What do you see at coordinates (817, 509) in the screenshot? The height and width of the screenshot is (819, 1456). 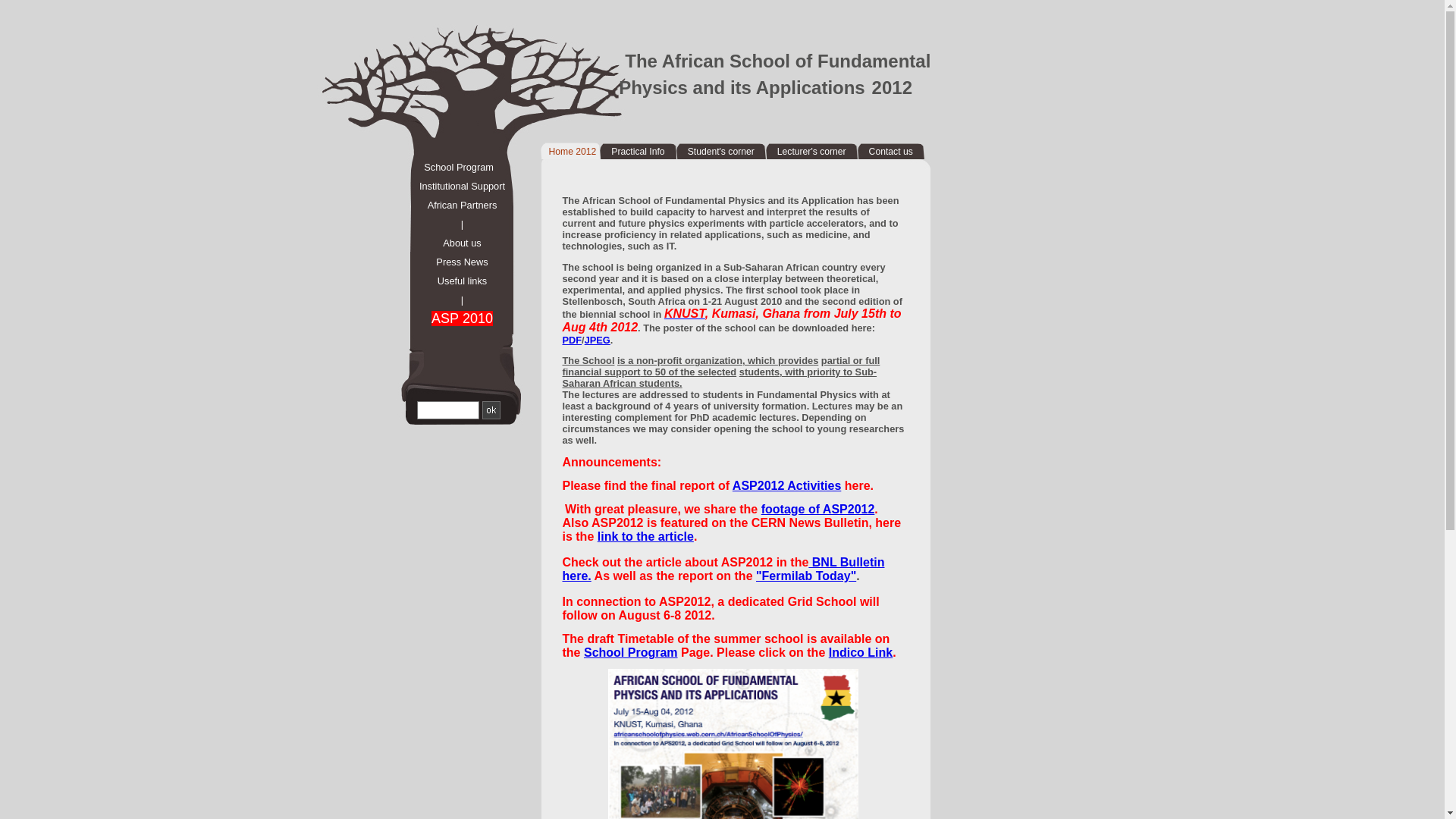 I see `'footage of ASP2012'` at bounding box center [817, 509].